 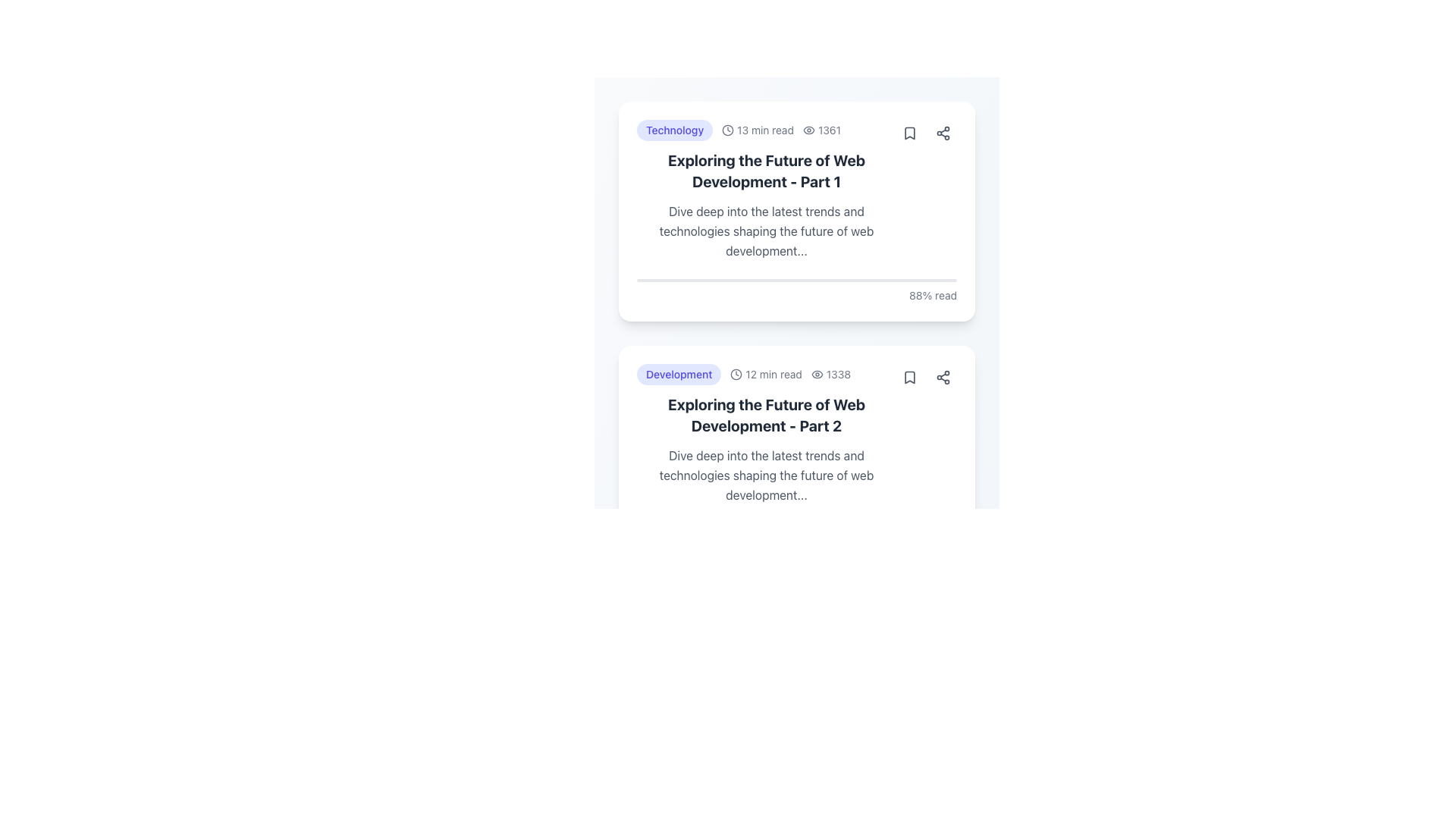 What do you see at coordinates (767, 435) in the screenshot?
I see `the second card in the vertically stacked list` at bounding box center [767, 435].